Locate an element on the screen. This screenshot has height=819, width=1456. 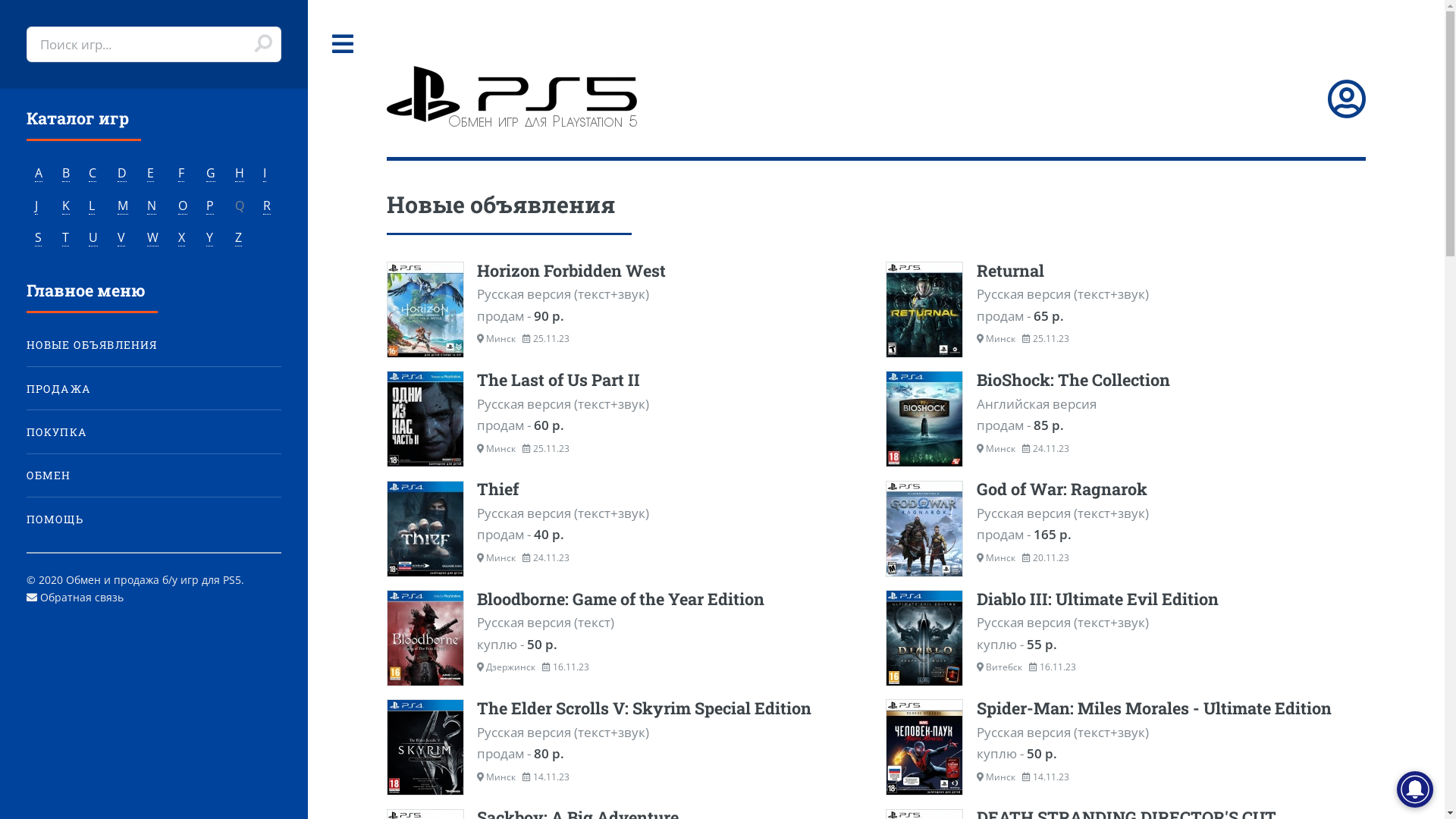
'Spider-Man: Miles Morales - Ultimate Edition' is located at coordinates (1125, 718).